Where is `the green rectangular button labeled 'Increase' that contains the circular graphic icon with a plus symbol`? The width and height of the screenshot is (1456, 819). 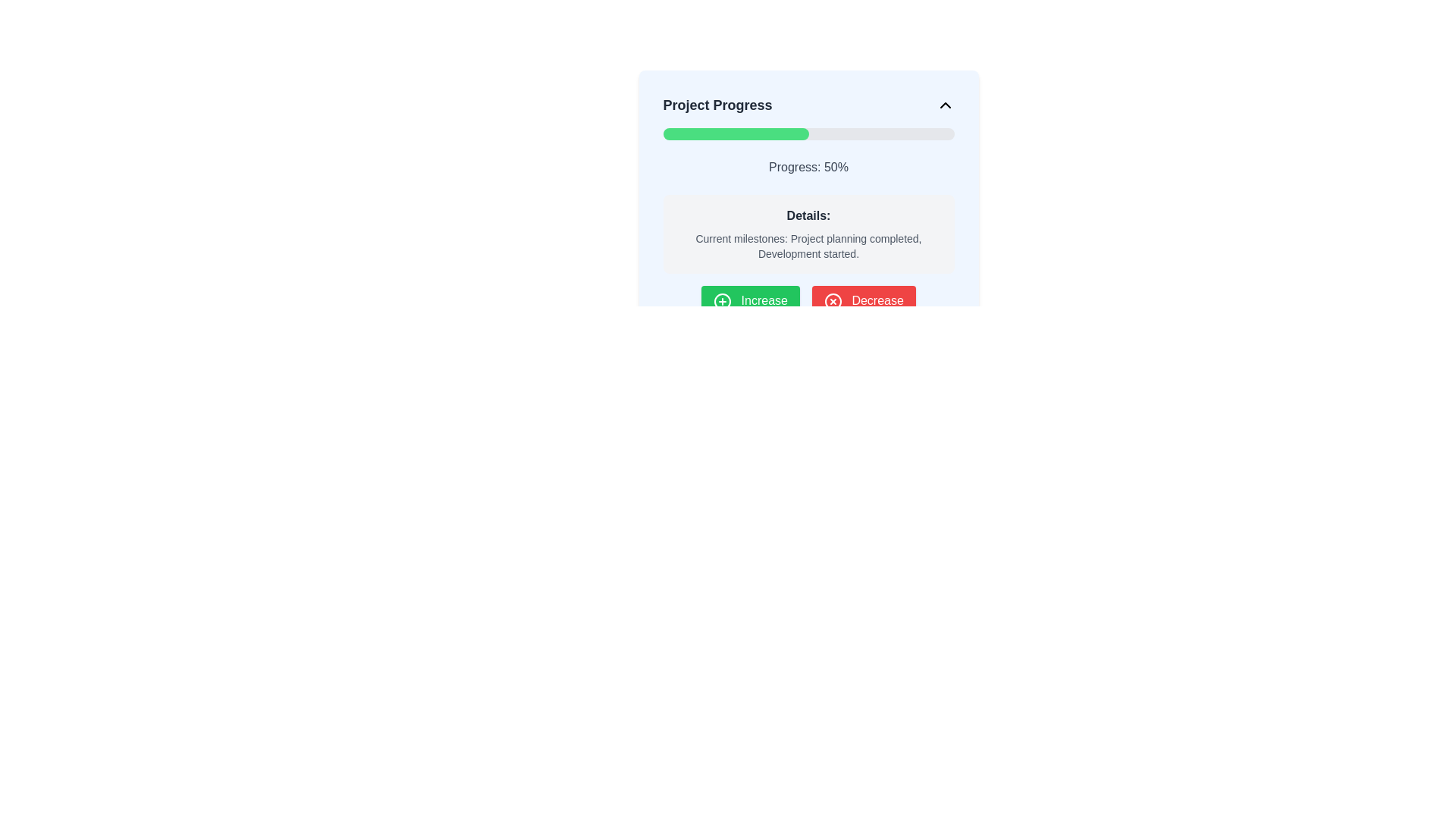
the green rectangular button labeled 'Increase' that contains the circular graphic icon with a plus symbol is located at coordinates (722, 301).